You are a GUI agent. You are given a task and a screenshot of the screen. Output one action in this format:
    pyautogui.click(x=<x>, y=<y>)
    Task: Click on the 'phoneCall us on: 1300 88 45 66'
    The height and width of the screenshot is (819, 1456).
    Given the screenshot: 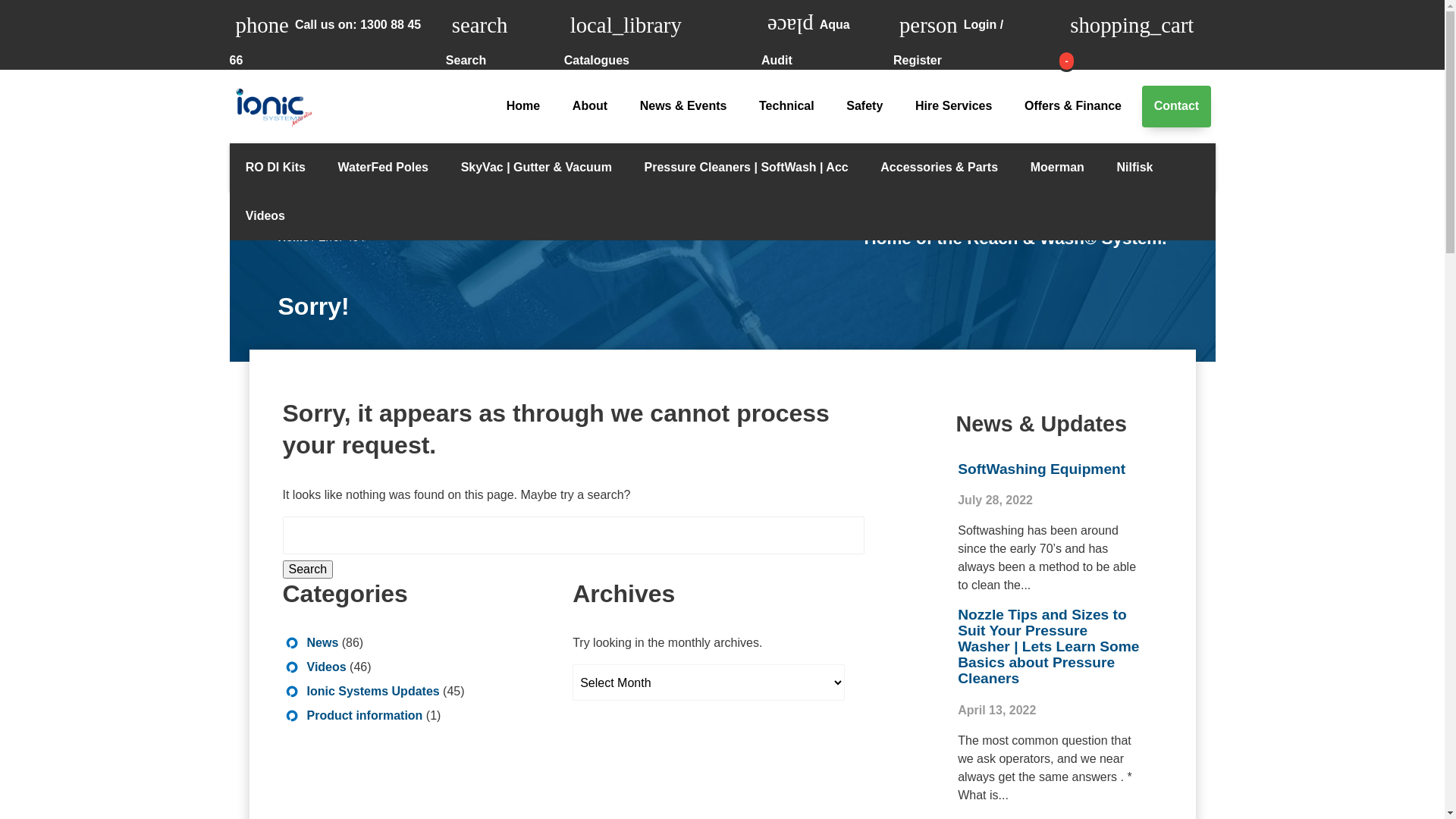 What is the action you would take?
    pyautogui.click(x=228, y=34)
    